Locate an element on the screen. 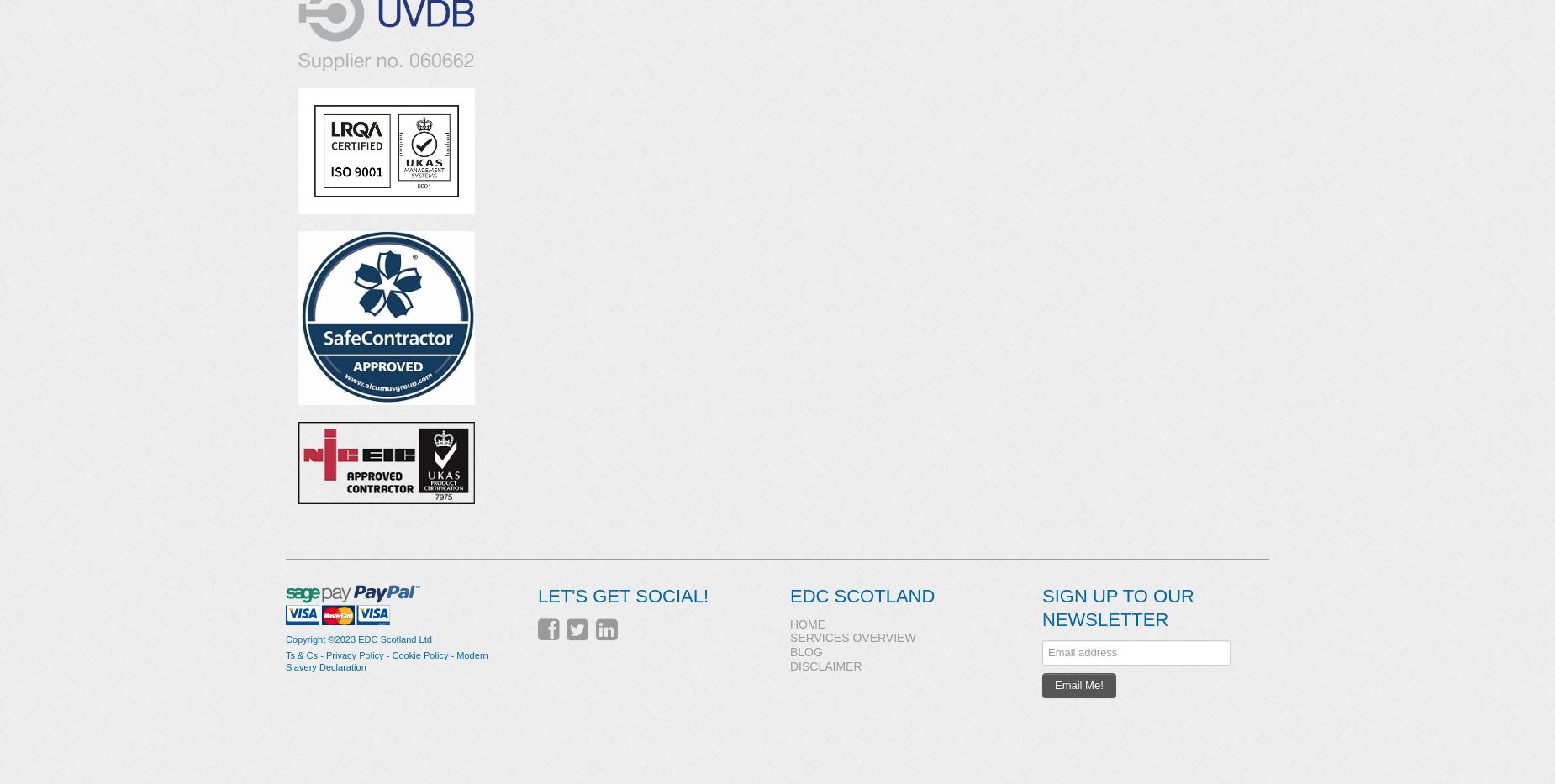  'Sign up to our Newsletter' is located at coordinates (1116, 607).